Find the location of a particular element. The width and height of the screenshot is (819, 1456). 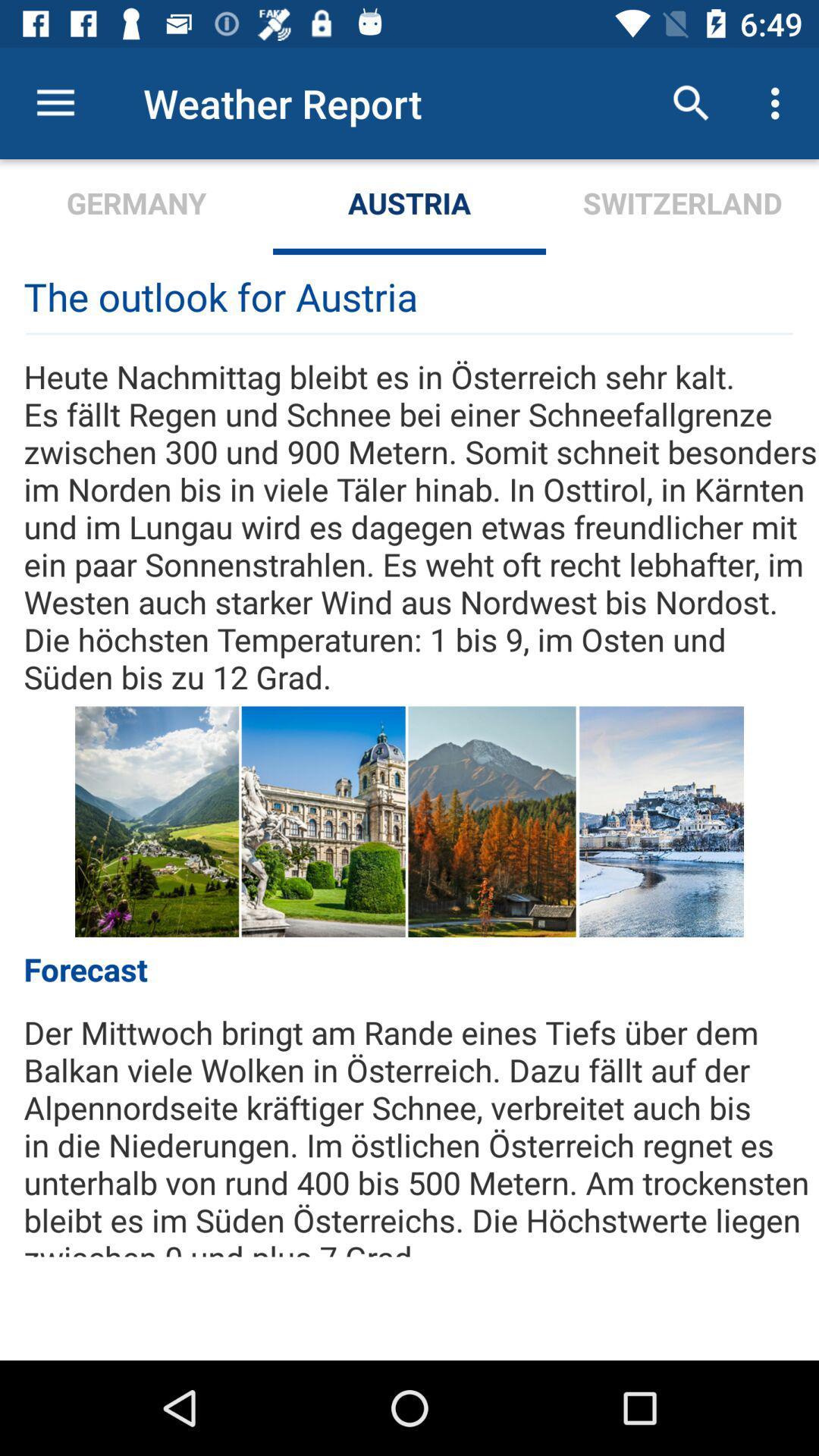

the item above the switzerland is located at coordinates (779, 102).